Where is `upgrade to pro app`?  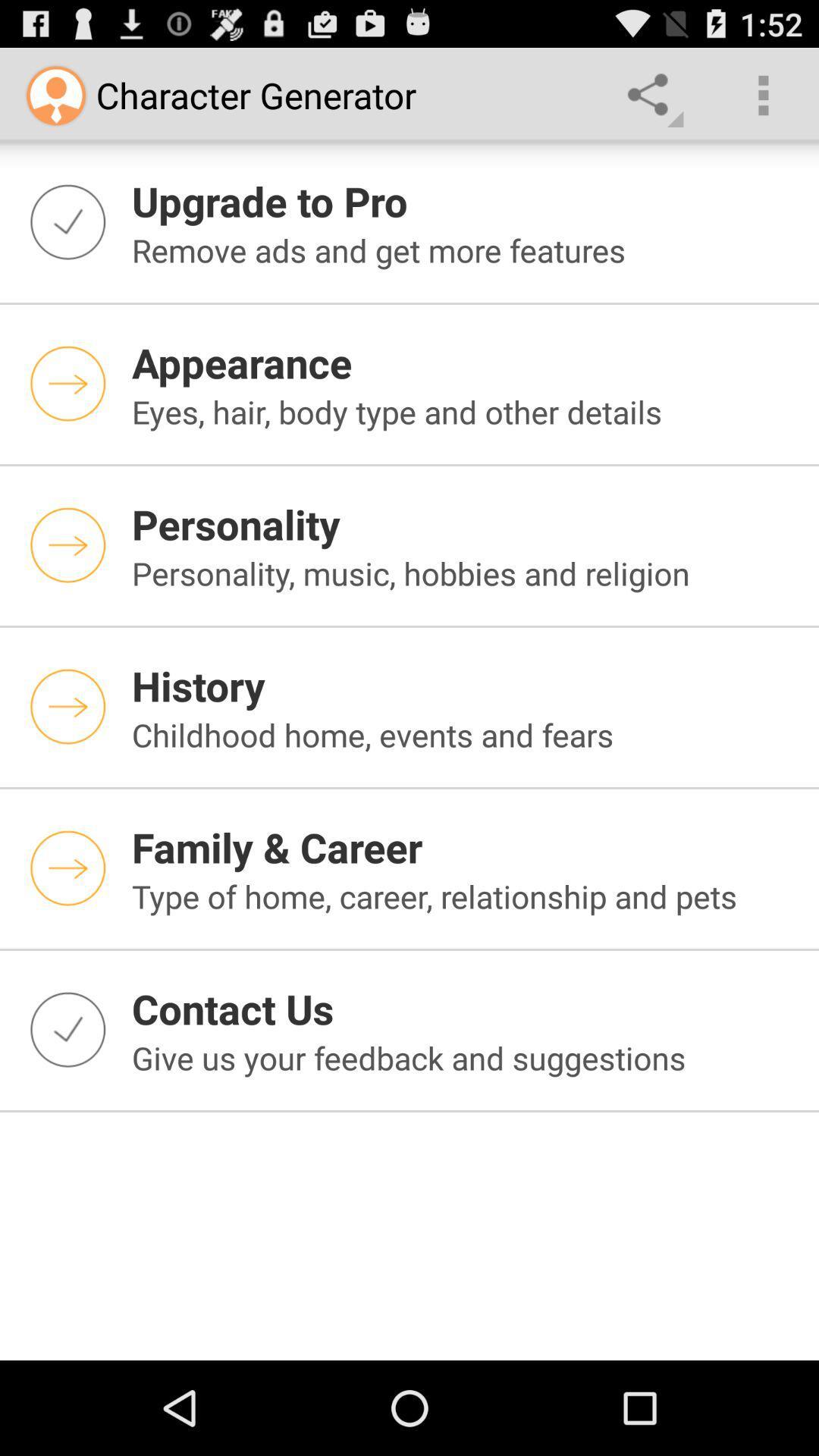
upgrade to pro app is located at coordinates (465, 200).